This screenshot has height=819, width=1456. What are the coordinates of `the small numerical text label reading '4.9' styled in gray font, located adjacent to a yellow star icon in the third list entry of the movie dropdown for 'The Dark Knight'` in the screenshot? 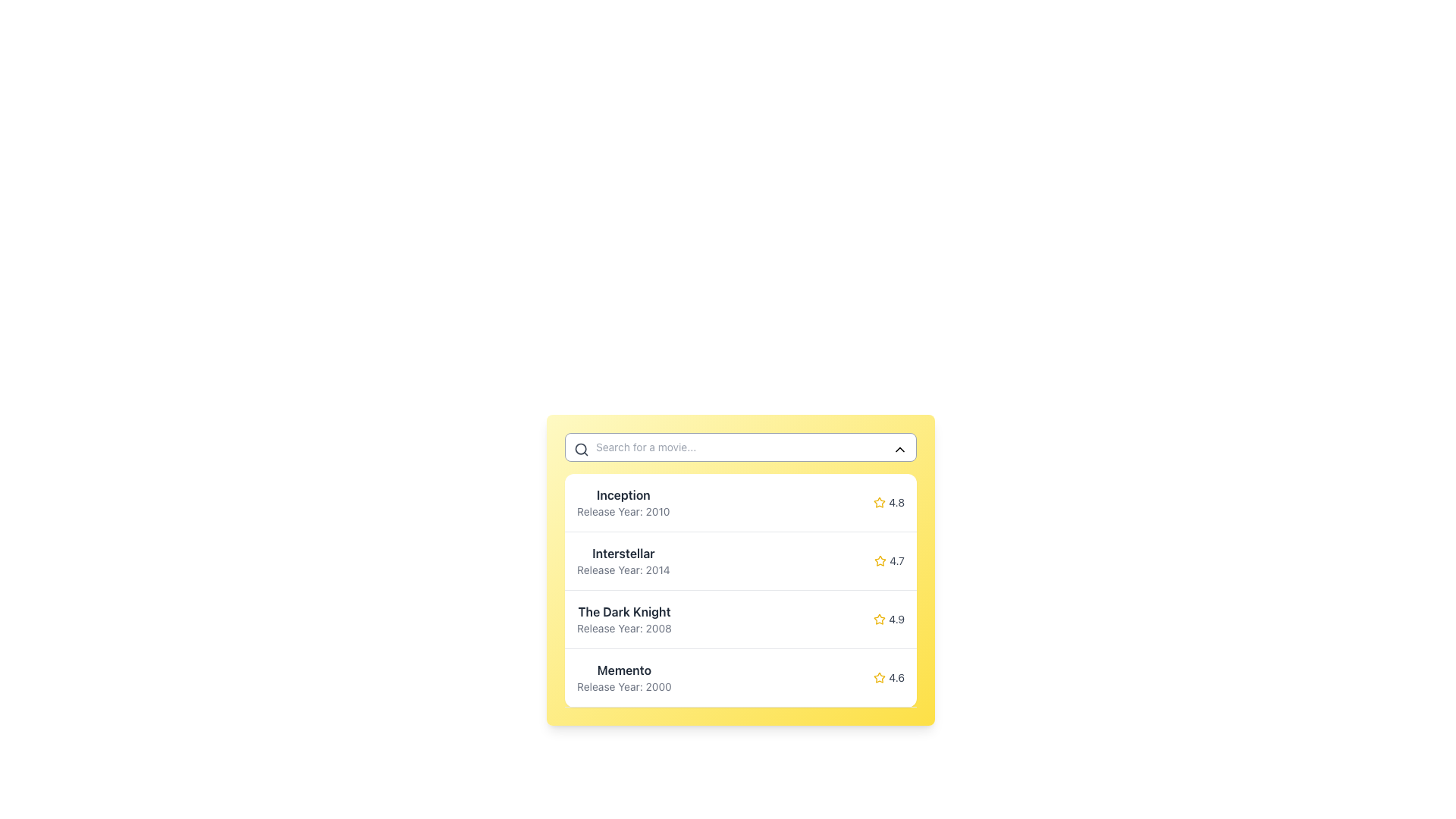 It's located at (896, 620).